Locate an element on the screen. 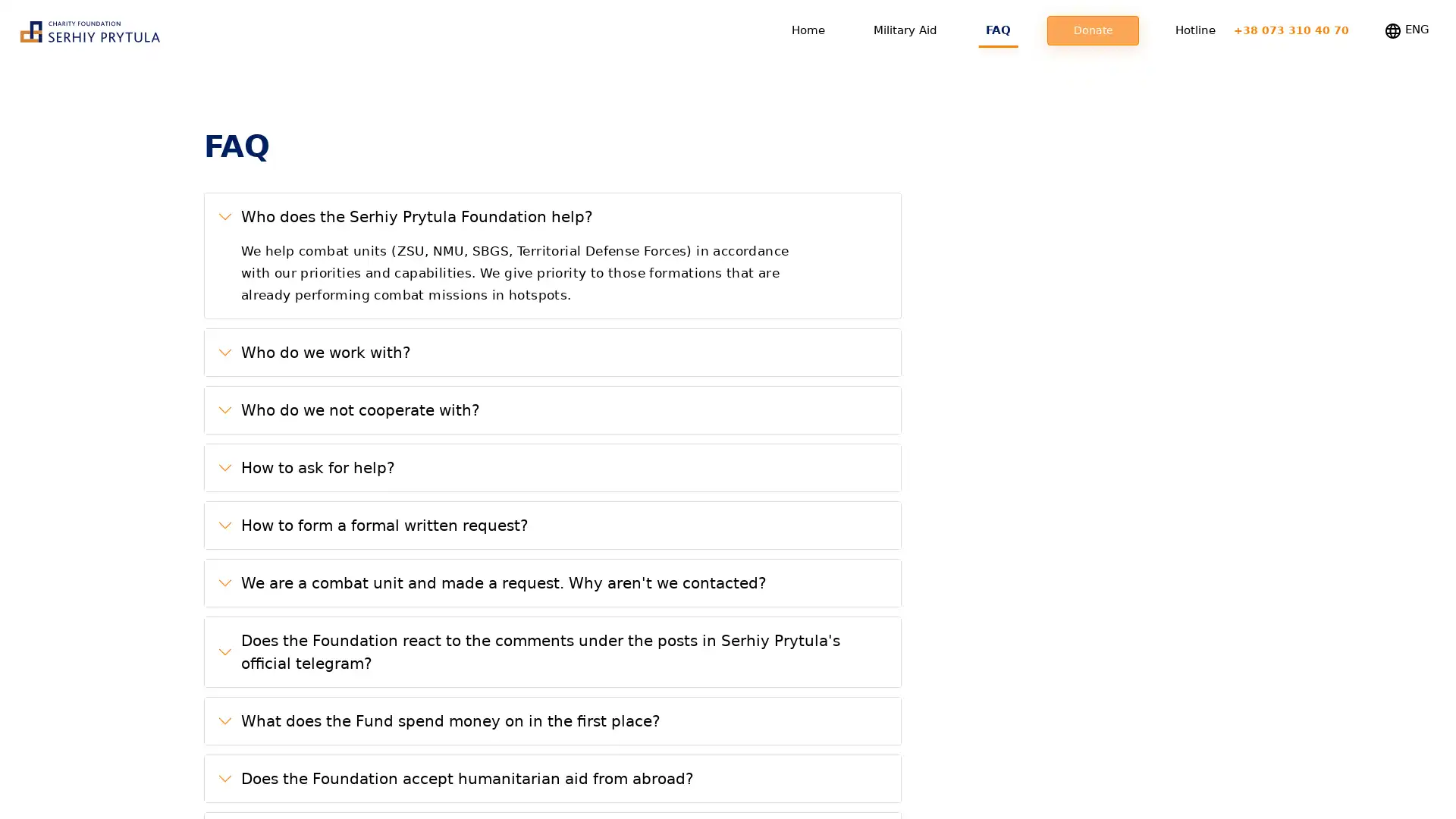  How to ask for help? is located at coordinates (551, 467).